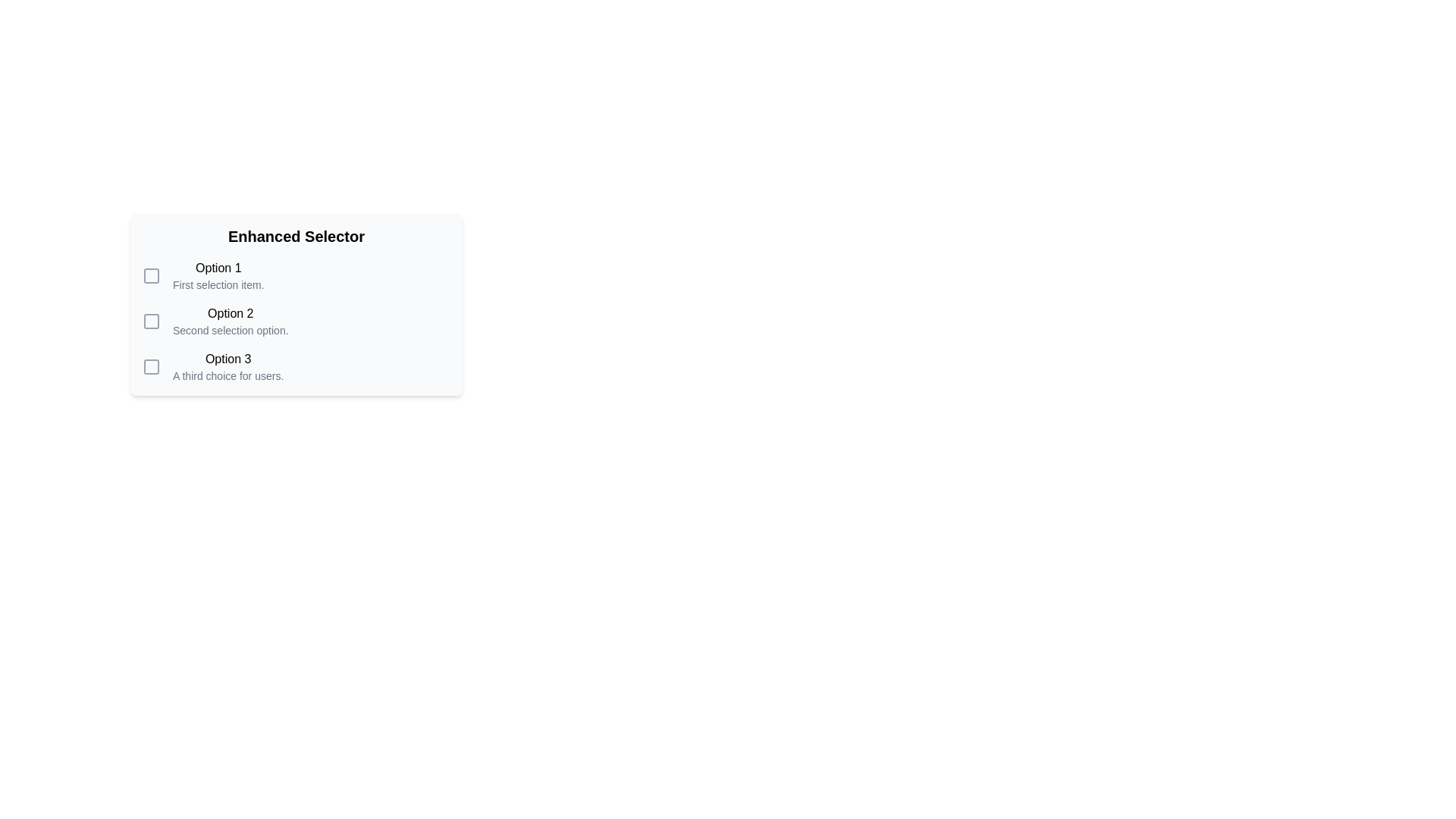 The width and height of the screenshot is (1456, 819). What do you see at coordinates (296, 366) in the screenshot?
I see `the checkbox labeled 'Option 3'` at bounding box center [296, 366].